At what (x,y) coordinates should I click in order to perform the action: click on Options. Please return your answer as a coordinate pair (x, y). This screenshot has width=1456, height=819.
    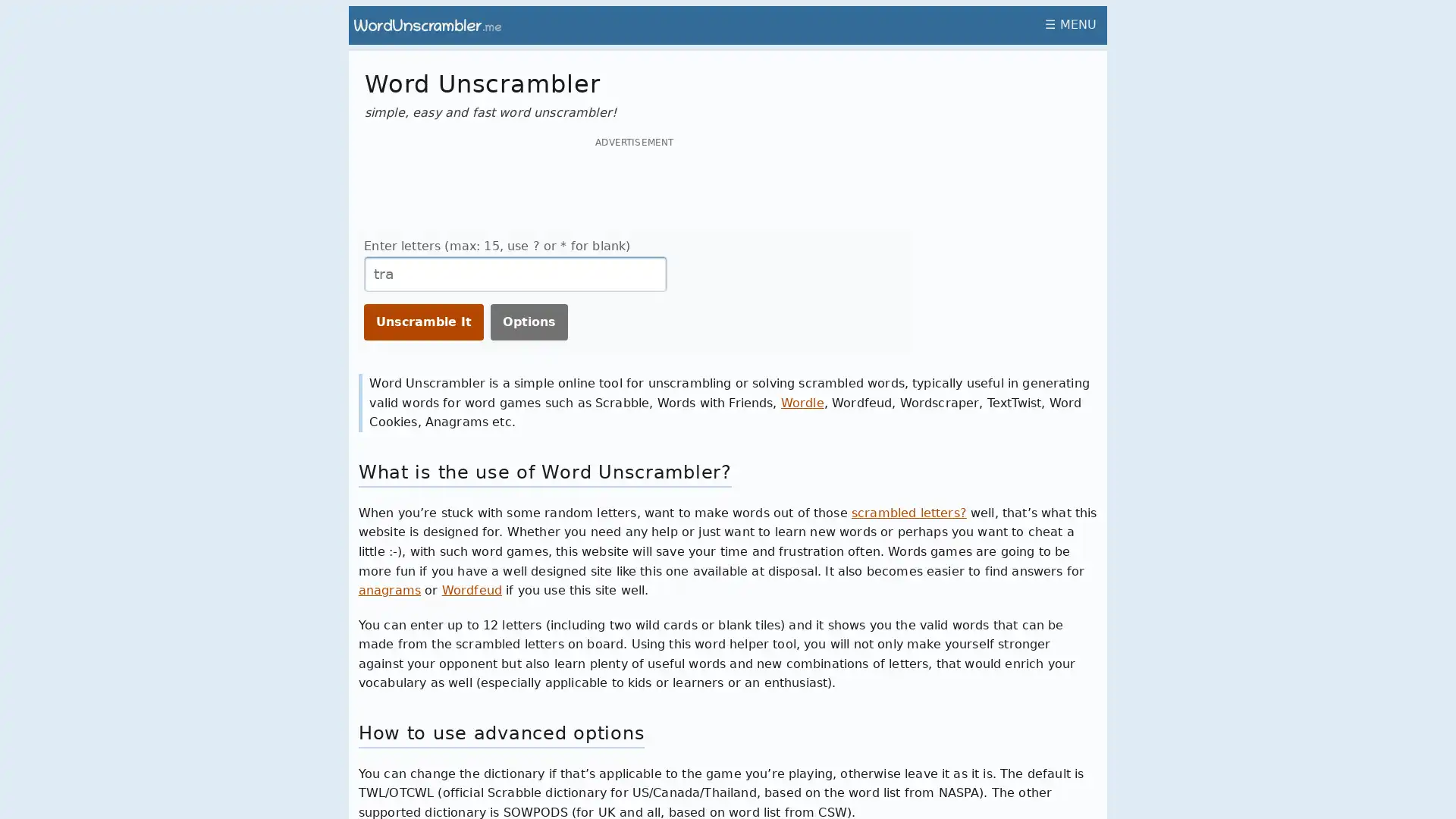
    Looking at the image, I should click on (529, 321).